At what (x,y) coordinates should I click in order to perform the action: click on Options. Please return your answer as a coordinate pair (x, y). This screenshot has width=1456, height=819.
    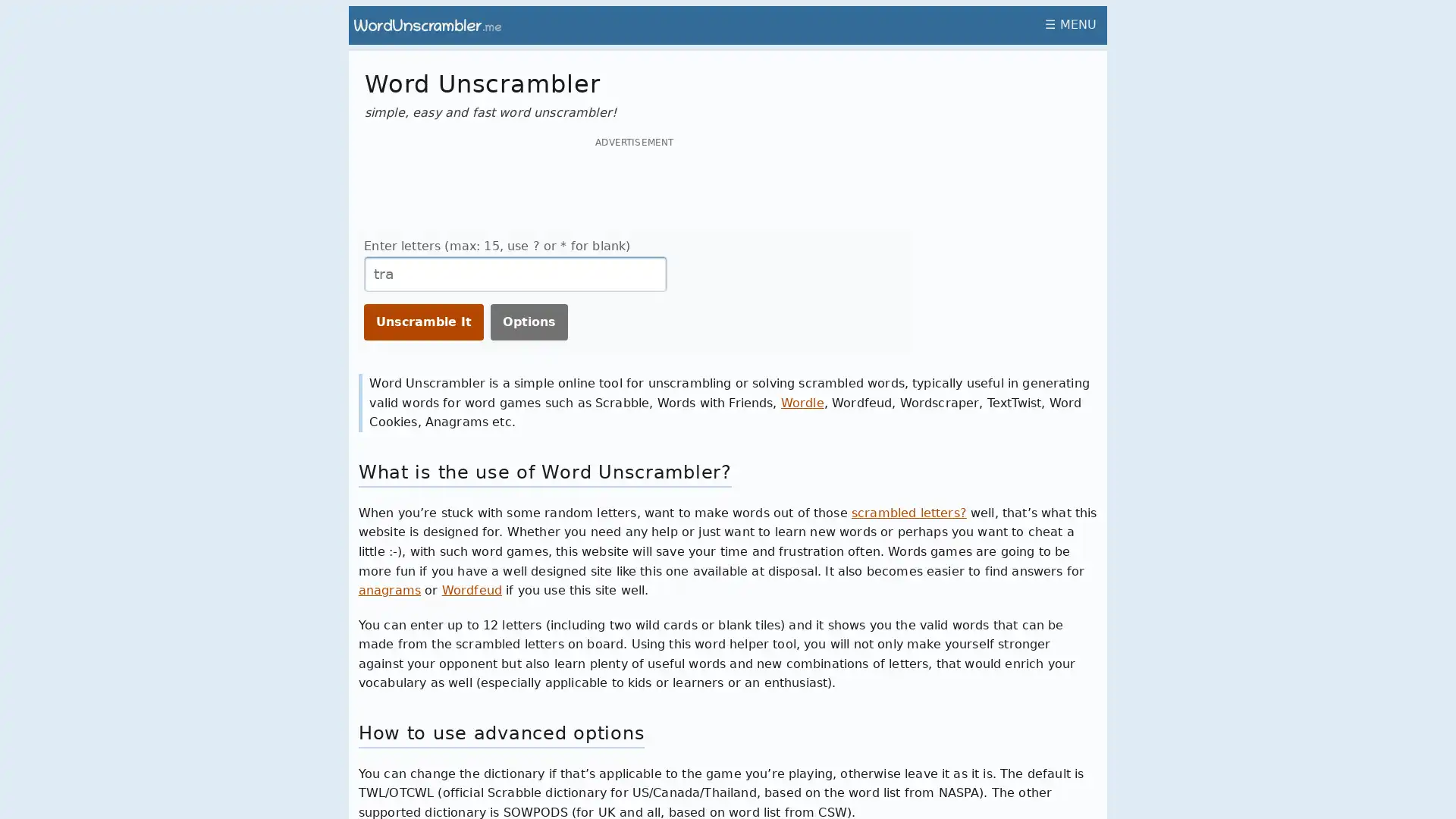
    Looking at the image, I should click on (529, 321).